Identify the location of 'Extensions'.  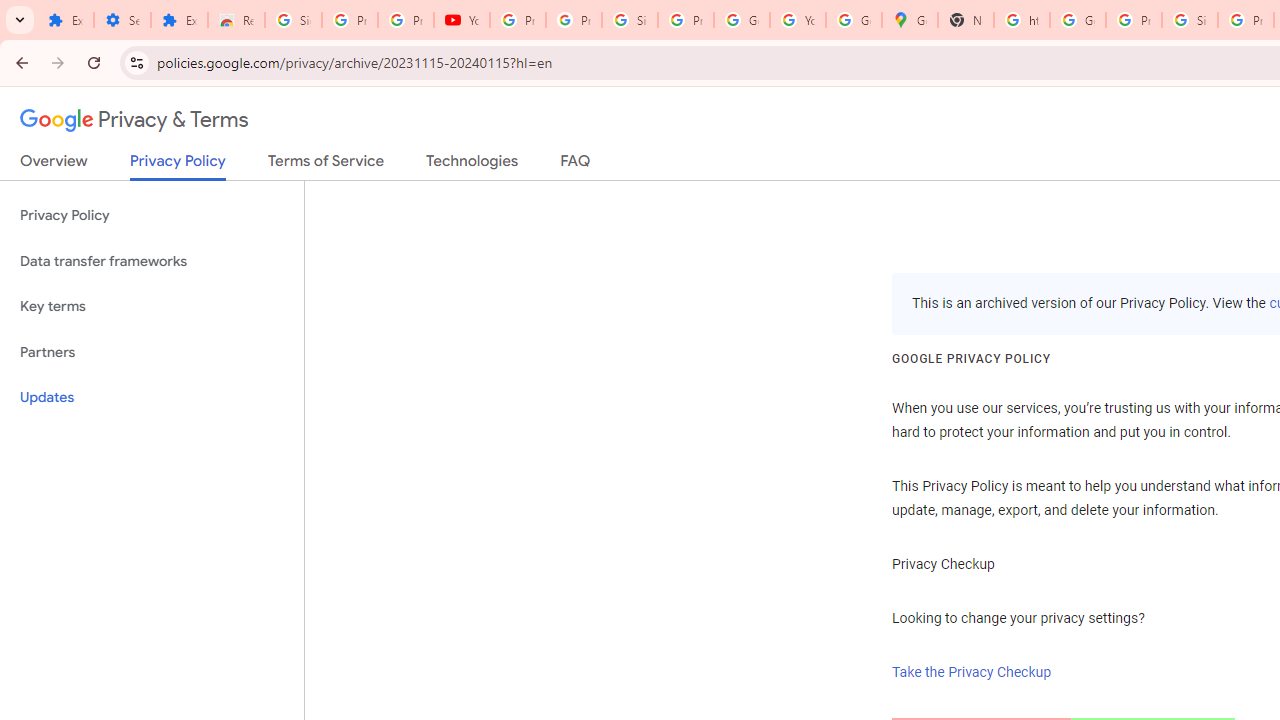
(65, 20).